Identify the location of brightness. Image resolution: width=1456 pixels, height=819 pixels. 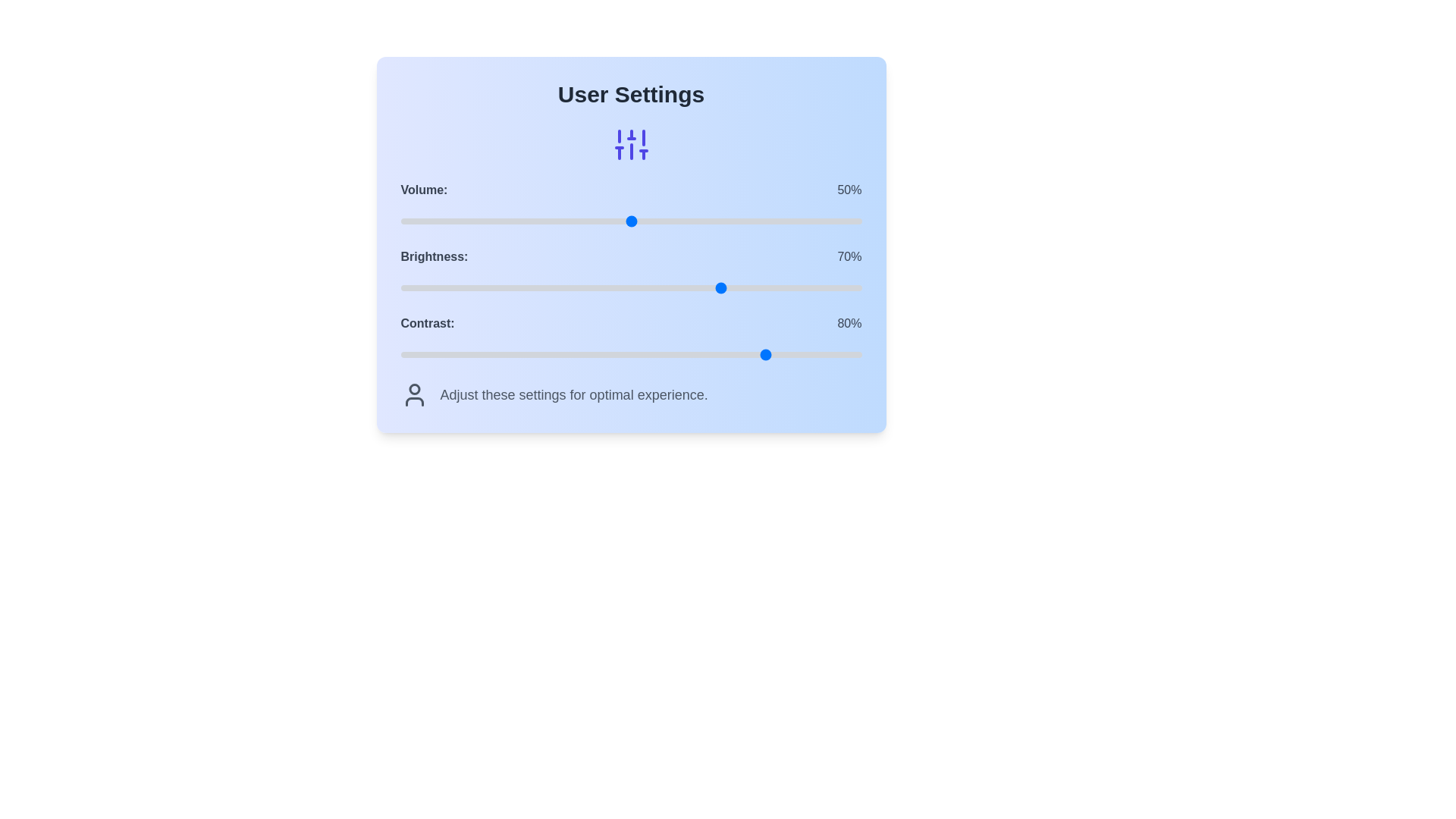
(511, 288).